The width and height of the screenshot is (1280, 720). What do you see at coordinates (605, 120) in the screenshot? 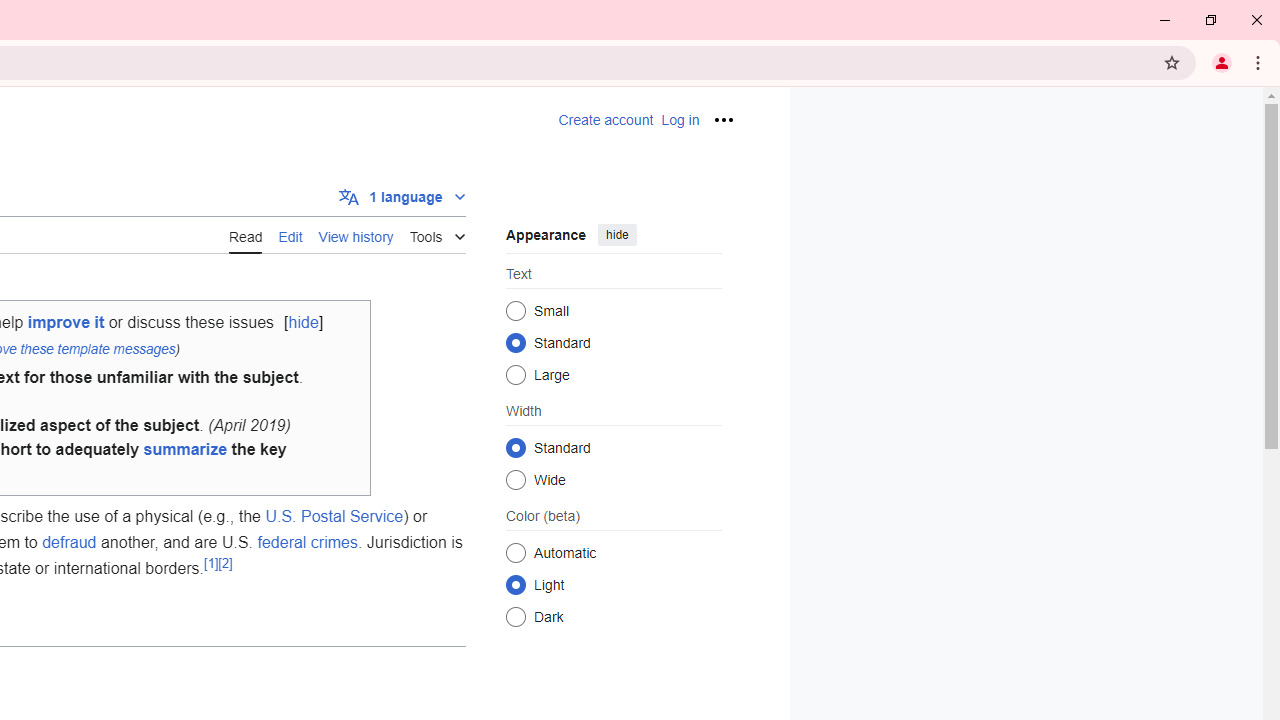
I see `'Create account'` at bounding box center [605, 120].